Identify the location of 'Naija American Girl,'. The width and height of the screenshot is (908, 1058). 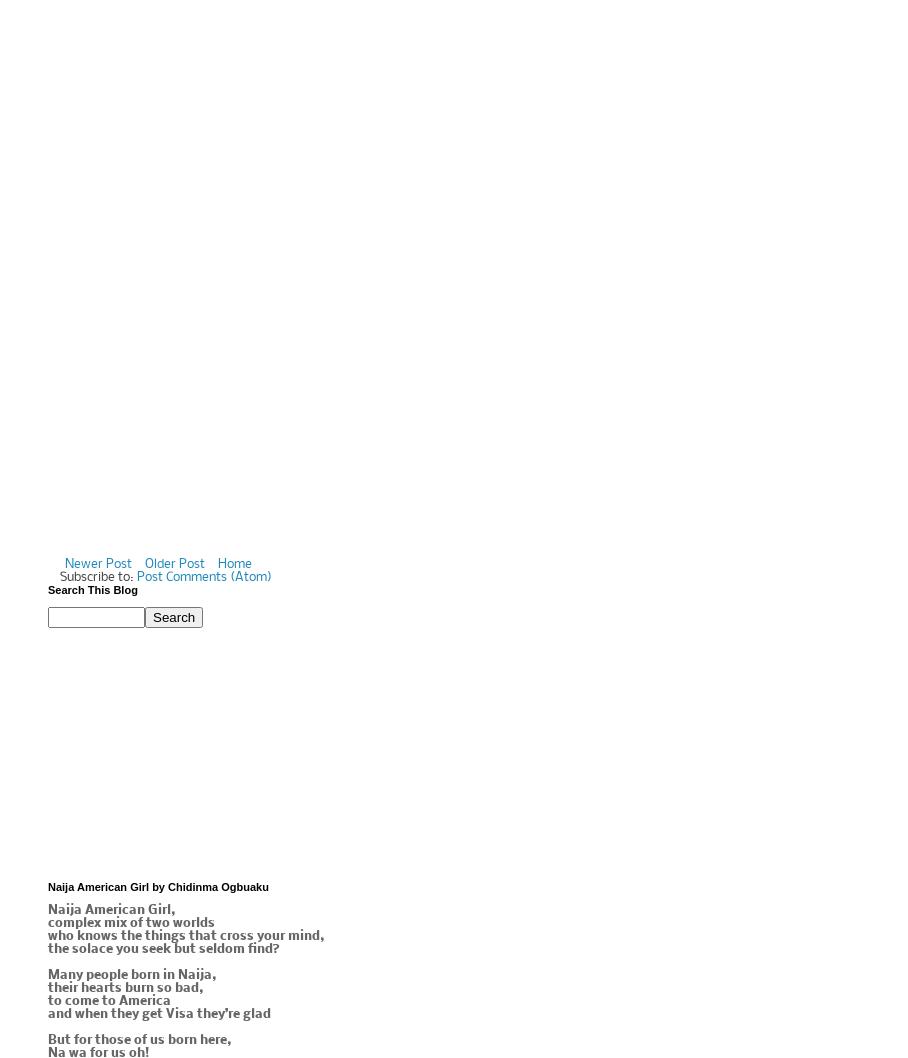
(110, 910).